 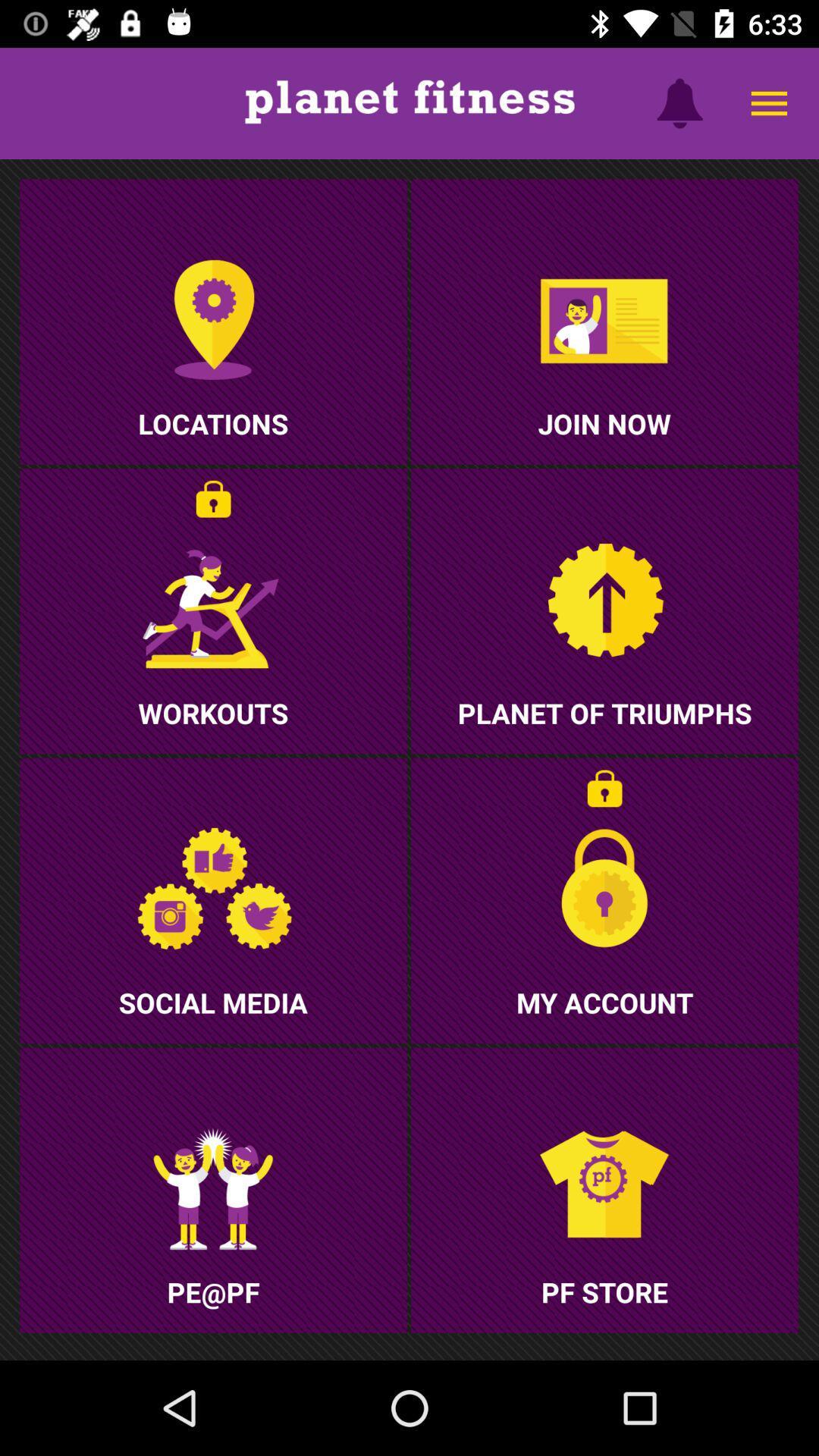 I want to click on the image which is above the pf store, so click(x=604, y=1189).